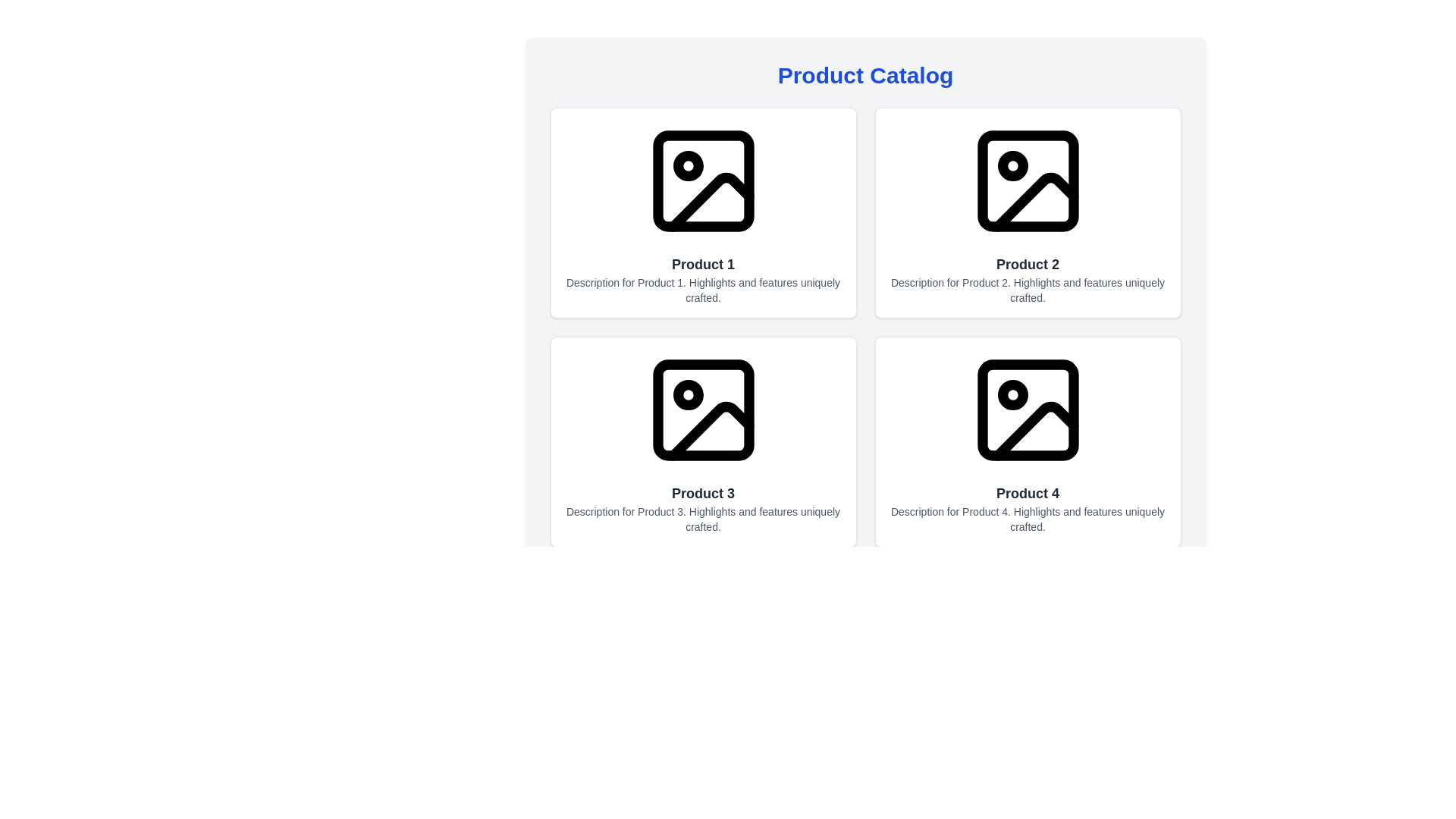 The height and width of the screenshot is (819, 1456). Describe the element at coordinates (702, 180) in the screenshot. I see `the small rectangle with rounded corners within the SVG image of the image placeholder icon located in the Product 1 card` at that location.